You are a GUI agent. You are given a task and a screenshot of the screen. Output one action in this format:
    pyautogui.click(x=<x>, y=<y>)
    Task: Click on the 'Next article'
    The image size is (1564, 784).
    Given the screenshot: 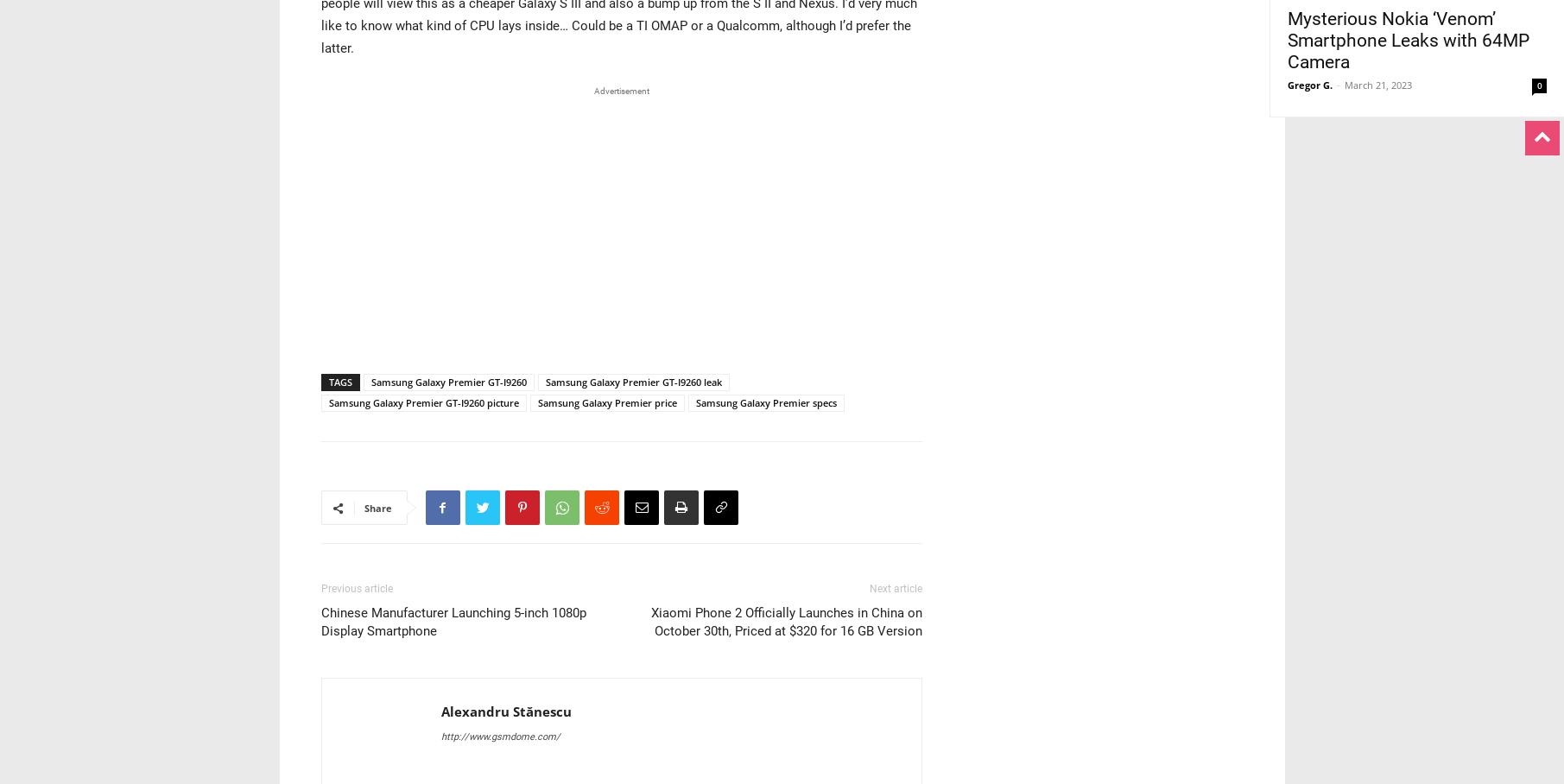 What is the action you would take?
    pyautogui.click(x=895, y=588)
    